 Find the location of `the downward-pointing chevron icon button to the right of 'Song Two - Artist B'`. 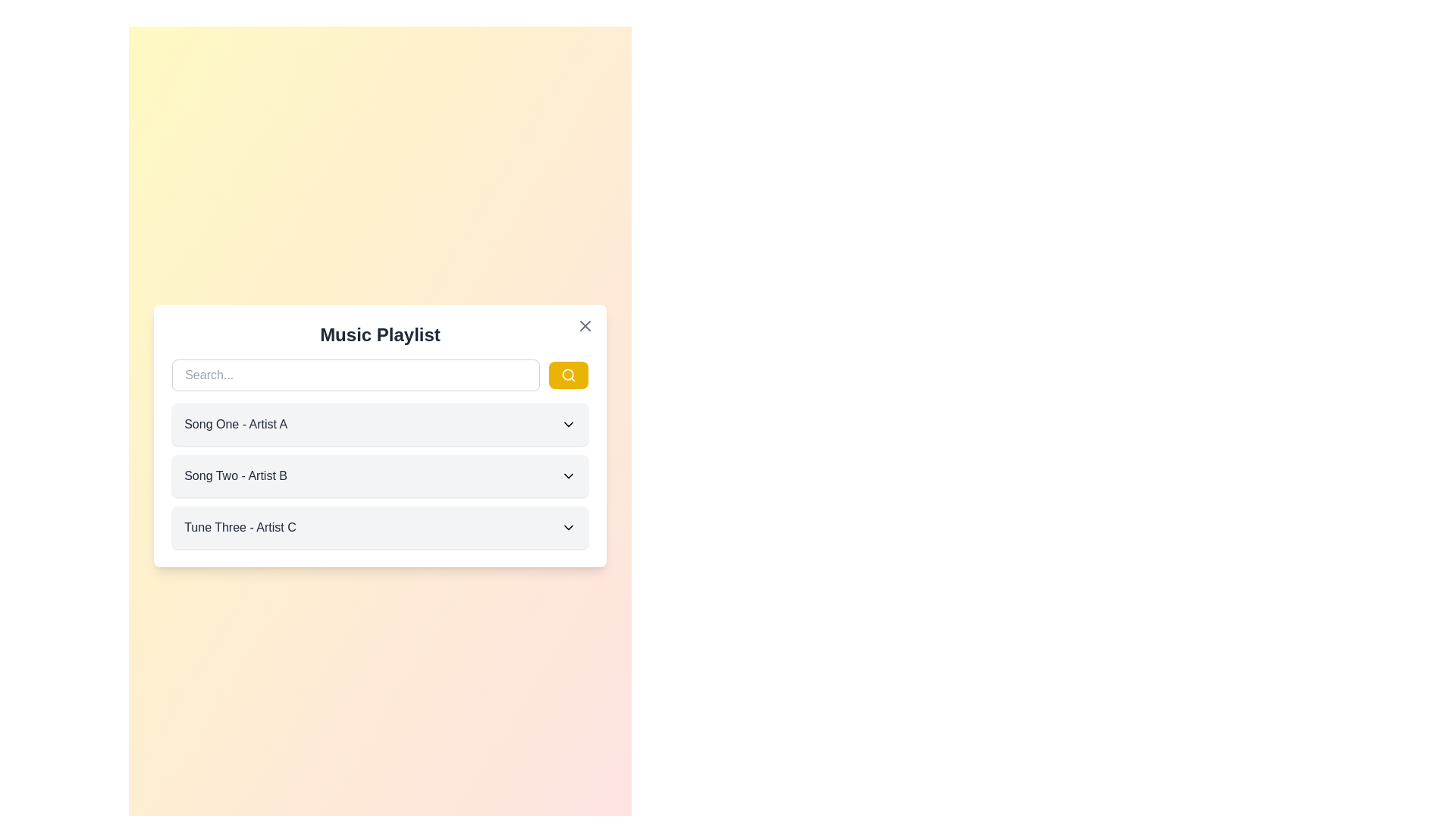

the downward-pointing chevron icon button to the right of 'Song Two - Artist B' is located at coordinates (567, 475).